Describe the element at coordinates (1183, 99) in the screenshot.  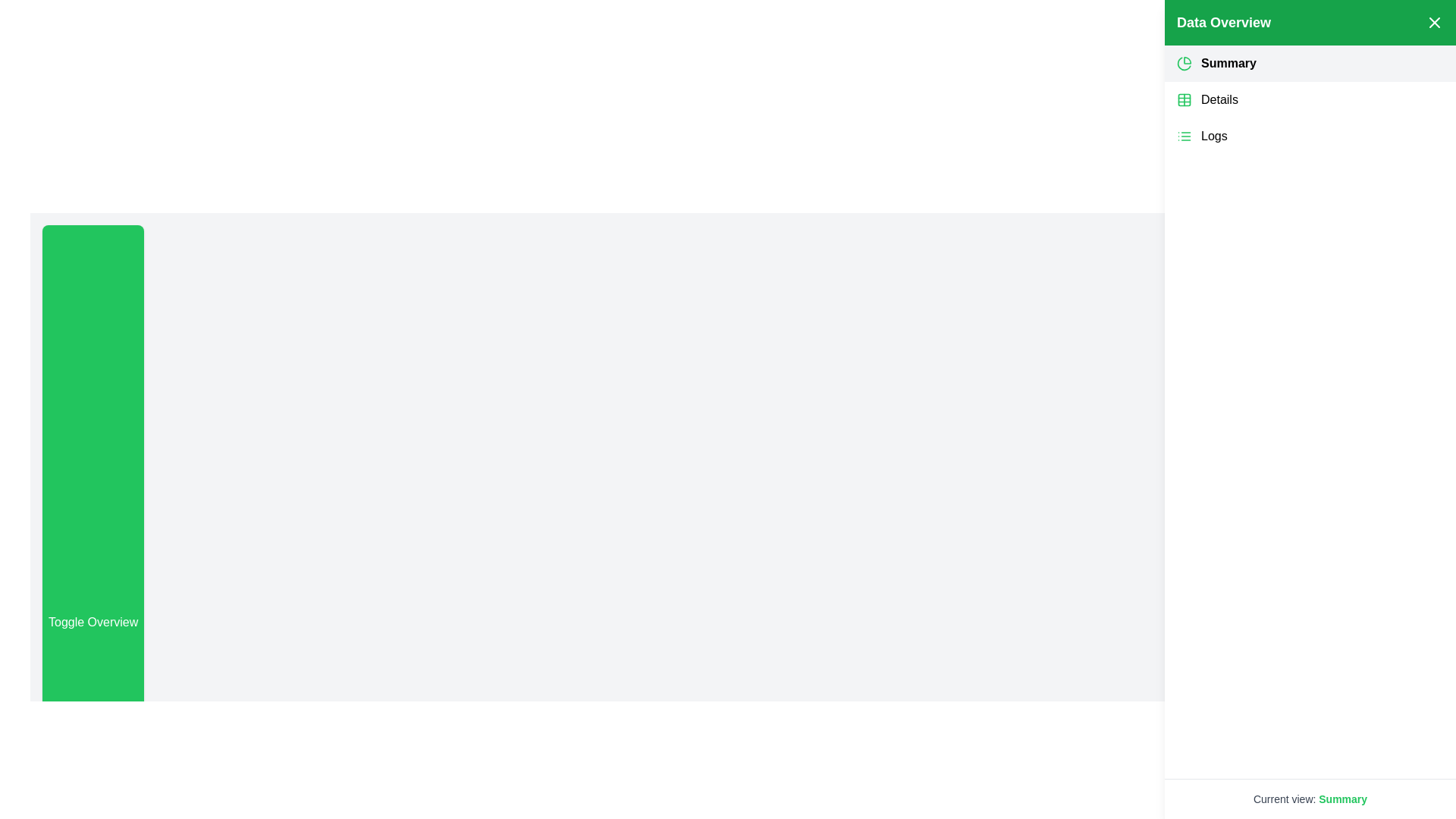
I see `the green square-shaped icon with a table-like grid layout located to the left of the 'Details' text label in the collapsible menu panel` at that location.